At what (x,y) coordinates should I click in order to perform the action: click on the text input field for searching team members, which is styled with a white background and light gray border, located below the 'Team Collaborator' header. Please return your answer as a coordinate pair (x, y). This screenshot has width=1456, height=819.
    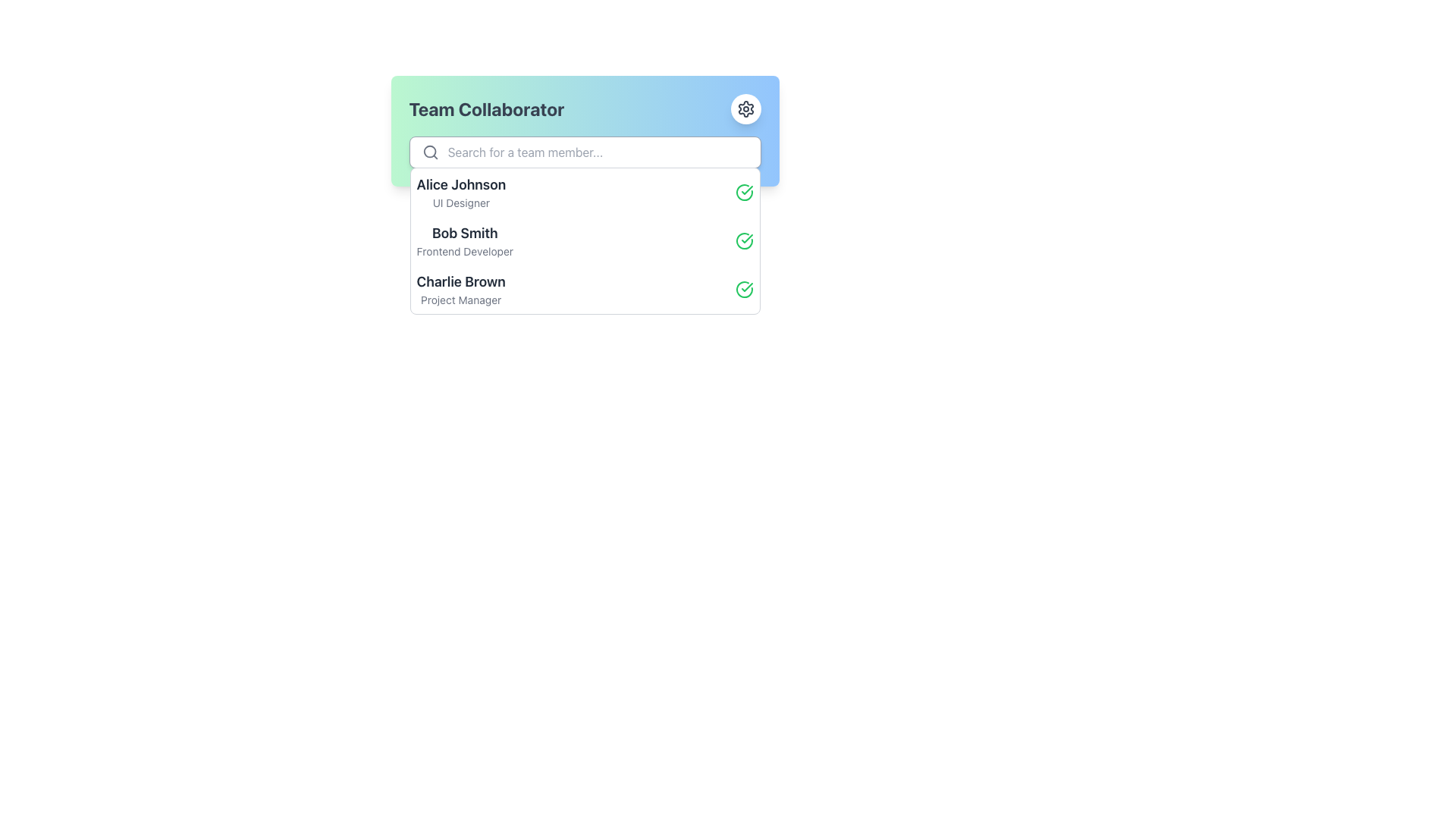
    Looking at the image, I should click on (584, 152).